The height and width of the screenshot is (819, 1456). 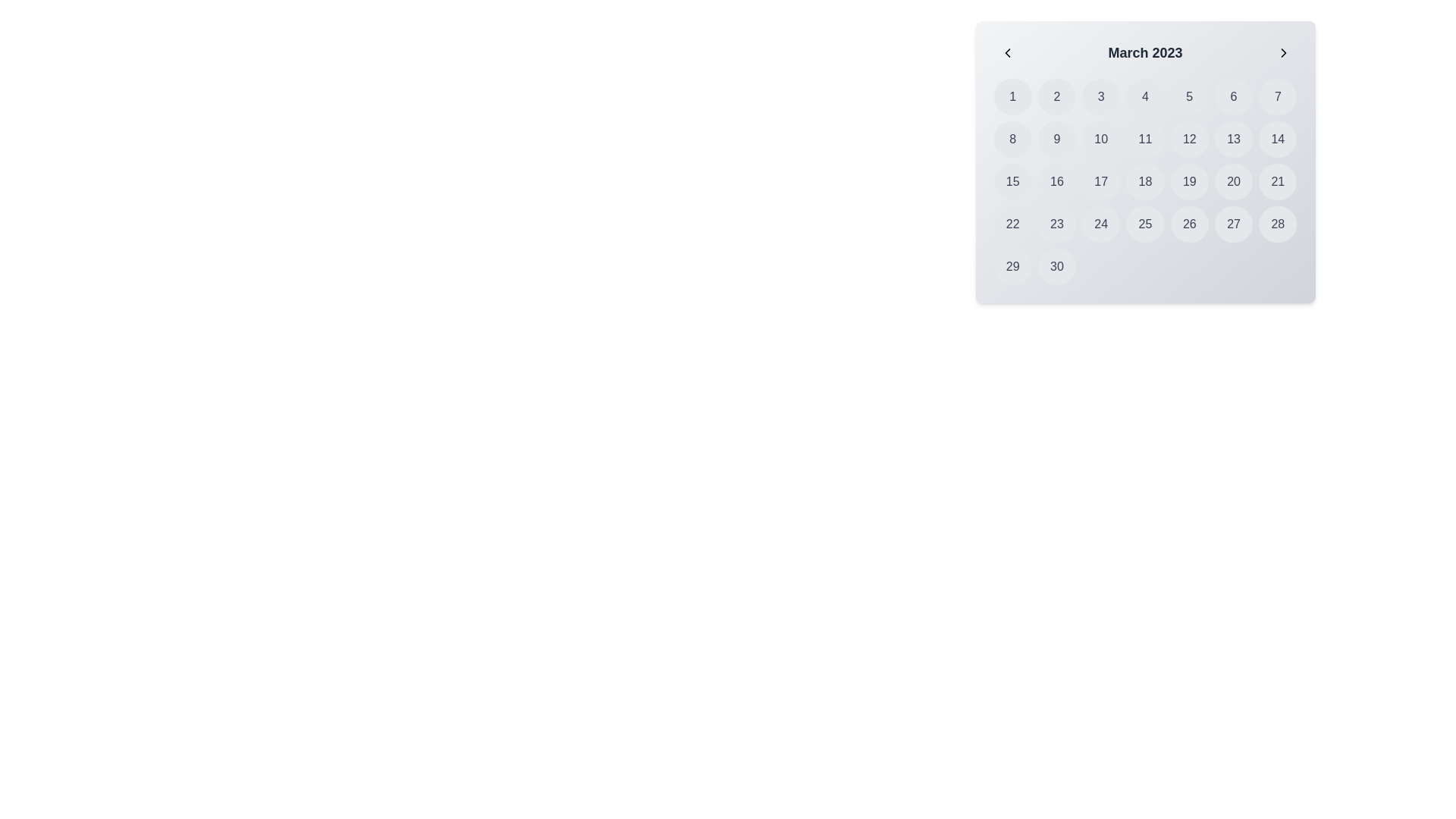 I want to click on the selectable day button in the calendar for March 2023, which is located in the first row and fourth column of the grid, so click(x=1145, y=96).